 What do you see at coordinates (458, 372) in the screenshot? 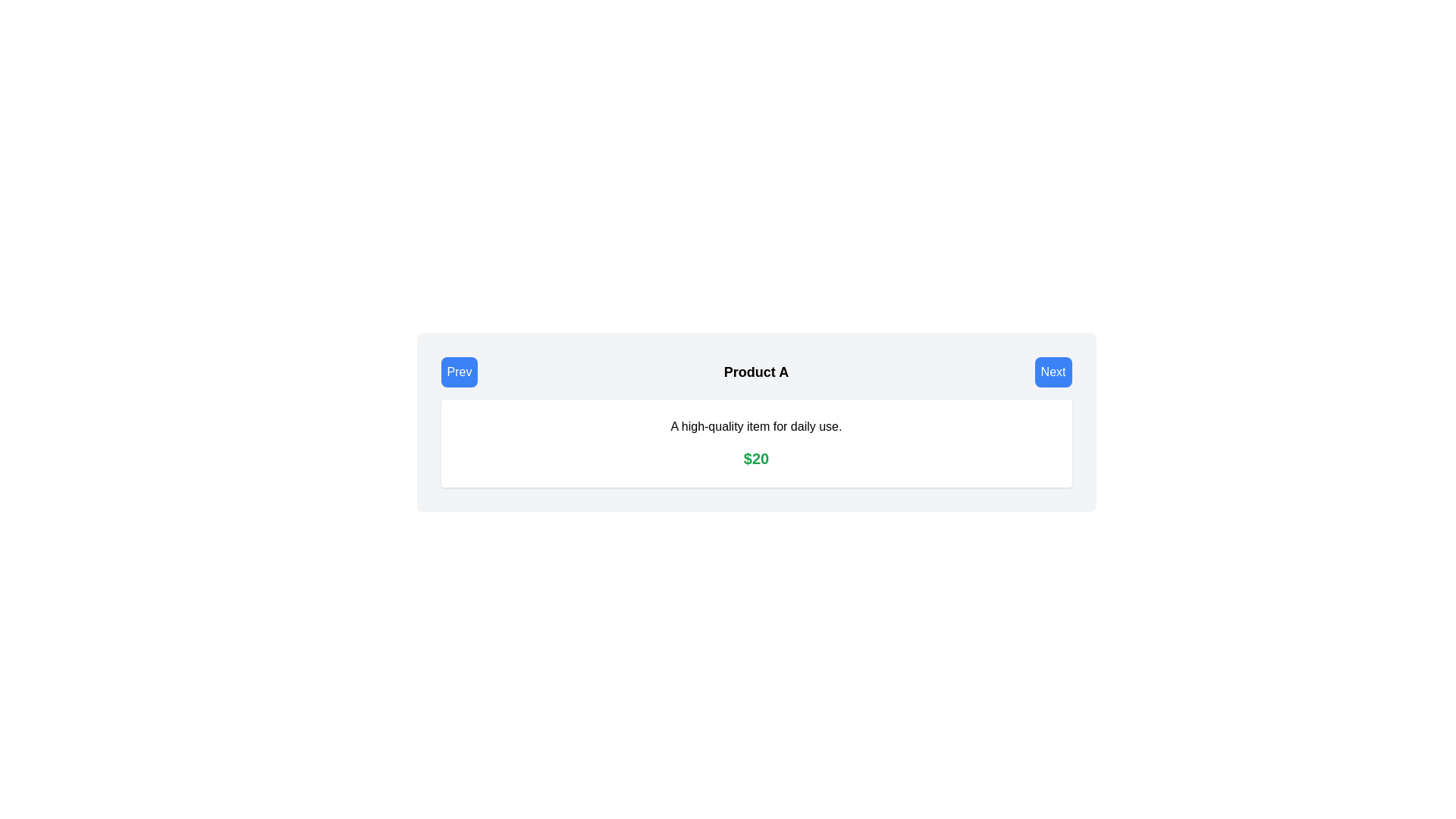
I see `the blue 'Prev' button with white text to observe the visual effect it triggers` at bounding box center [458, 372].